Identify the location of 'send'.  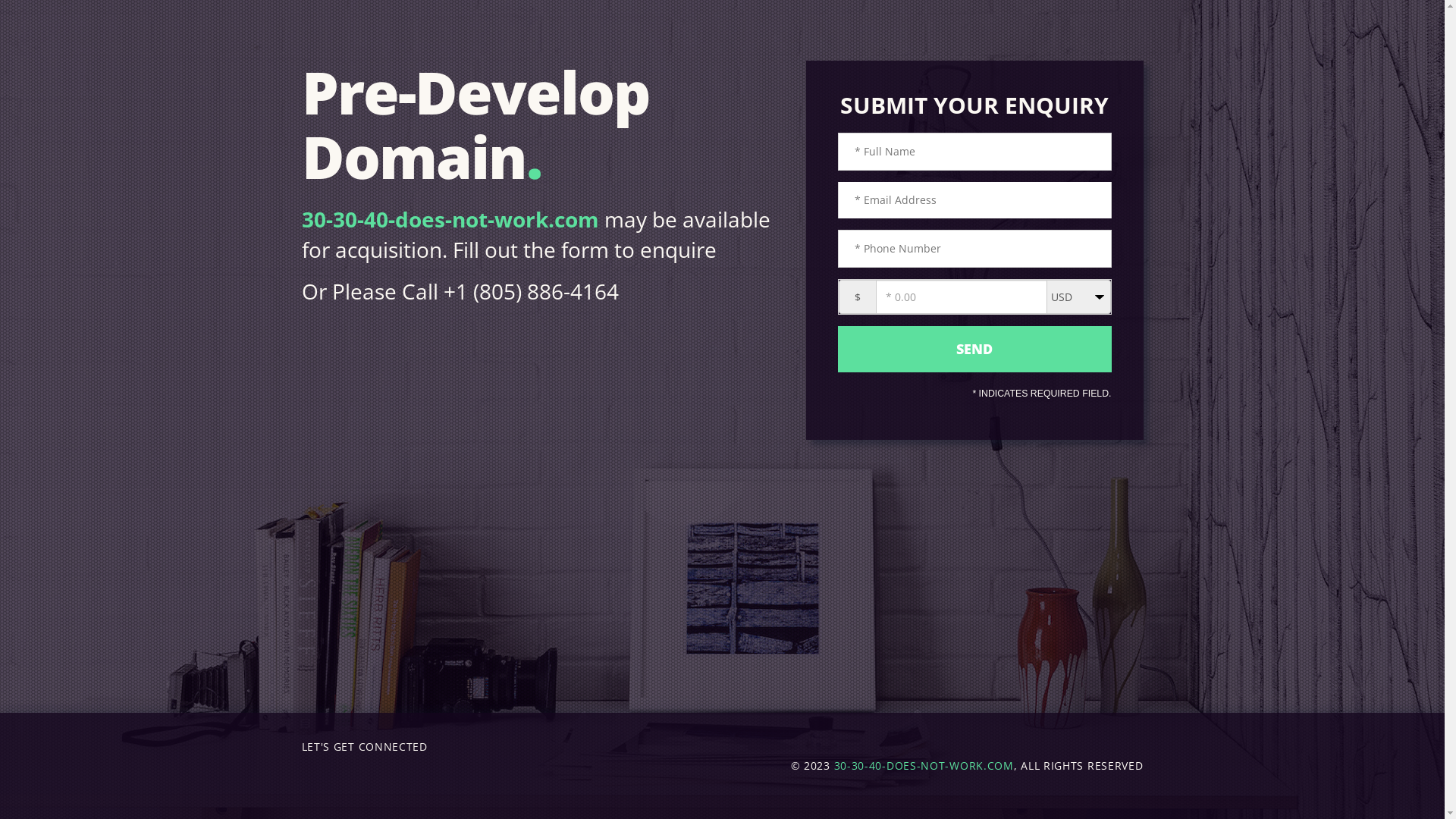
(974, 349).